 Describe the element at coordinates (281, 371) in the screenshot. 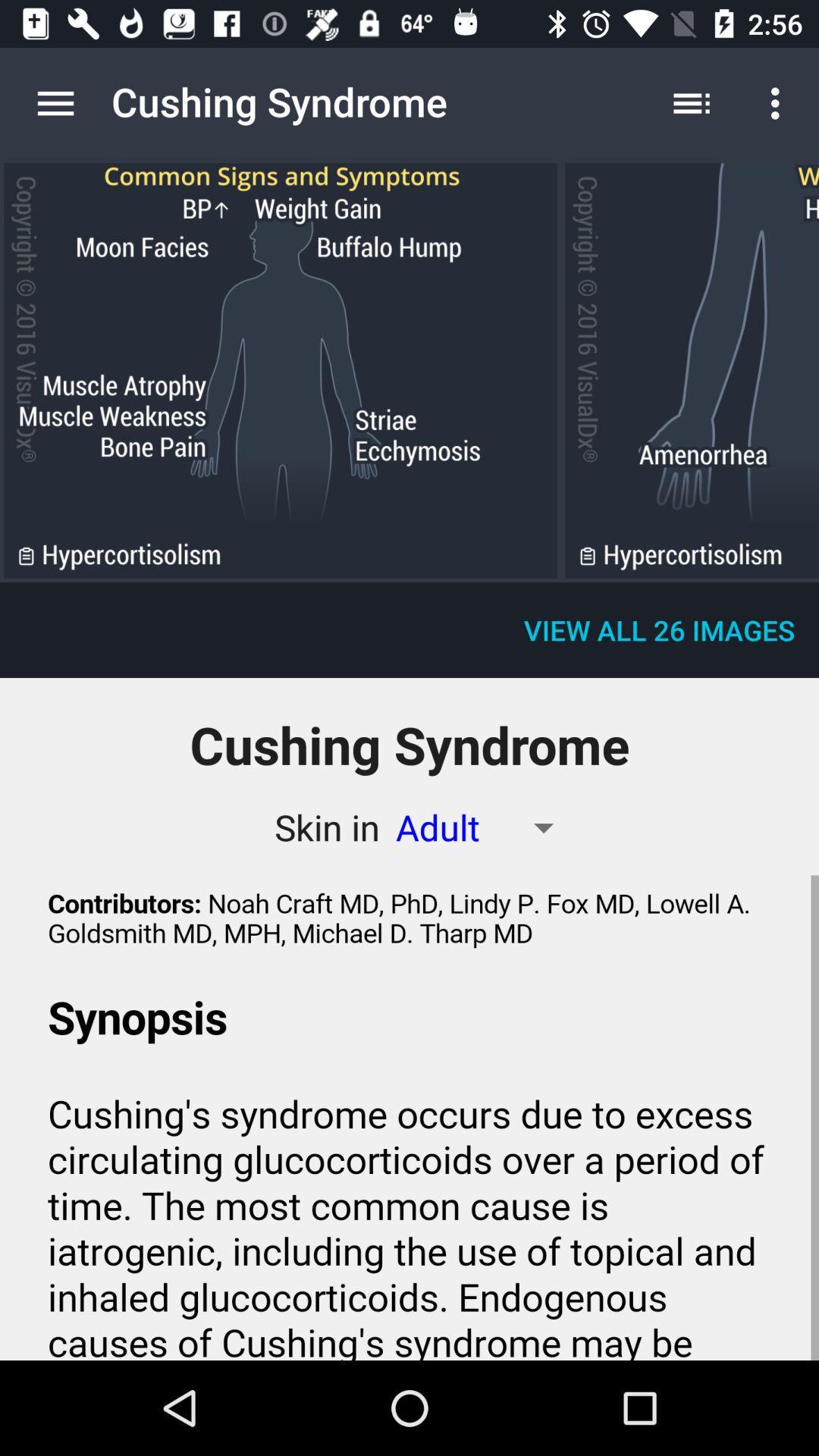

I see `screen page` at that location.